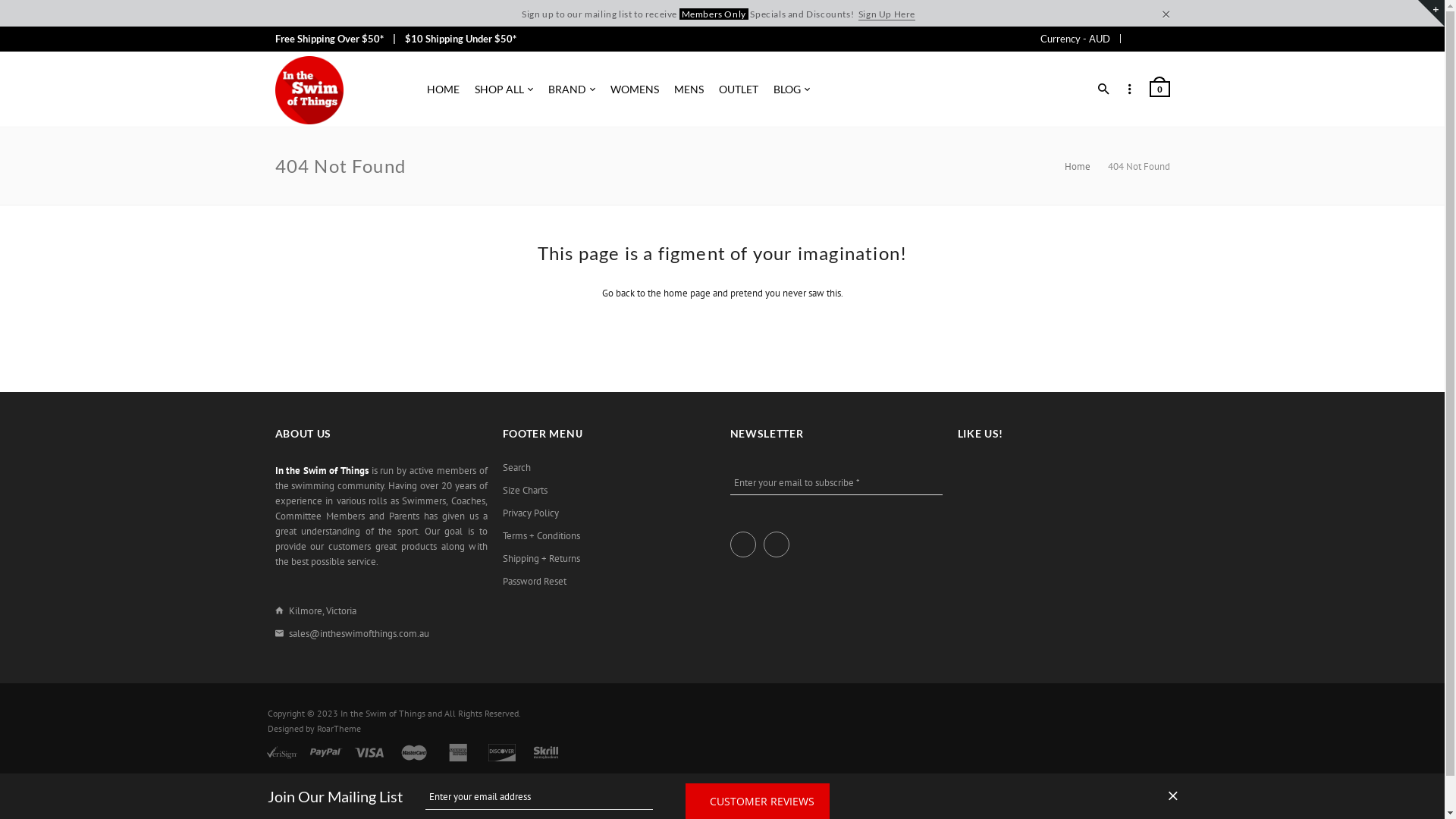 The height and width of the screenshot is (819, 1456). What do you see at coordinates (357, 633) in the screenshot?
I see `'sales@intheswimofthings.com.au'` at bounding box center [357, 633].